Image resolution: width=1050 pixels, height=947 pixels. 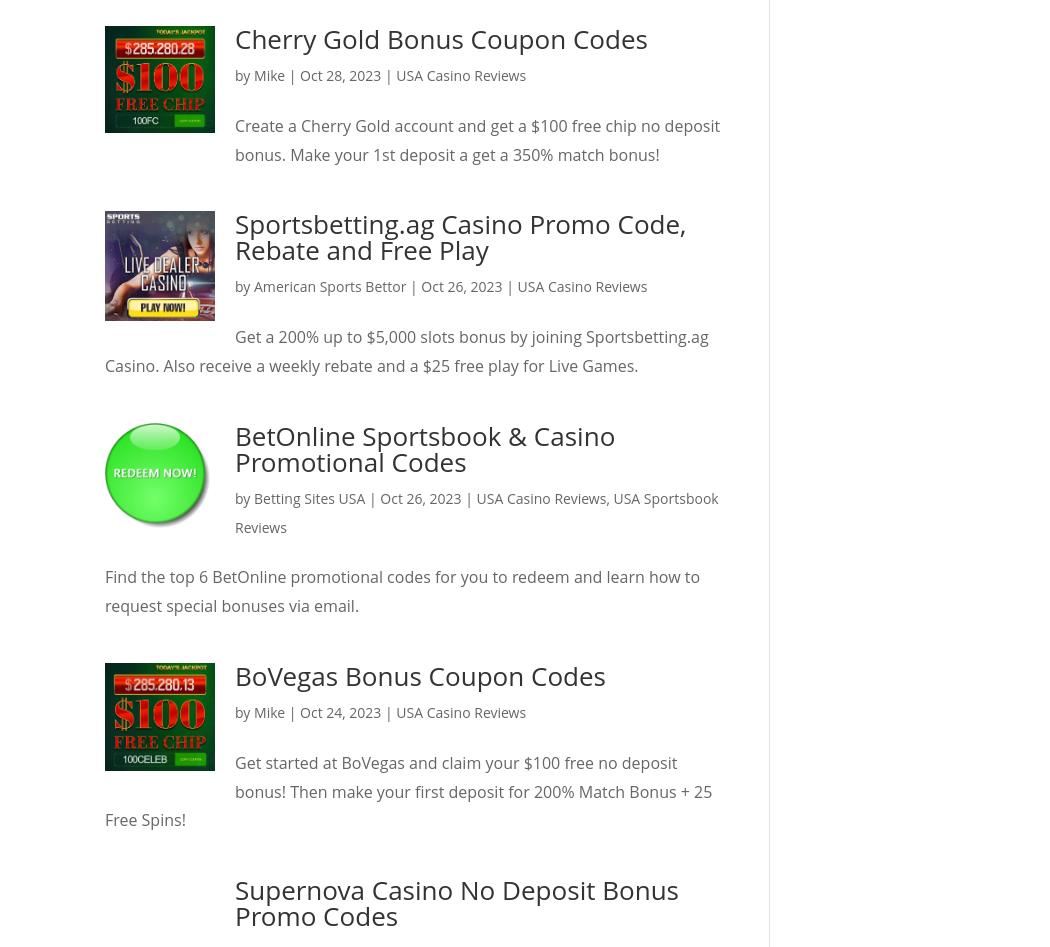 What do you see at coordinates (339, 75) in the screenshot?
I see `'Oct 28, 2023'` at bounding box center [339, 75].